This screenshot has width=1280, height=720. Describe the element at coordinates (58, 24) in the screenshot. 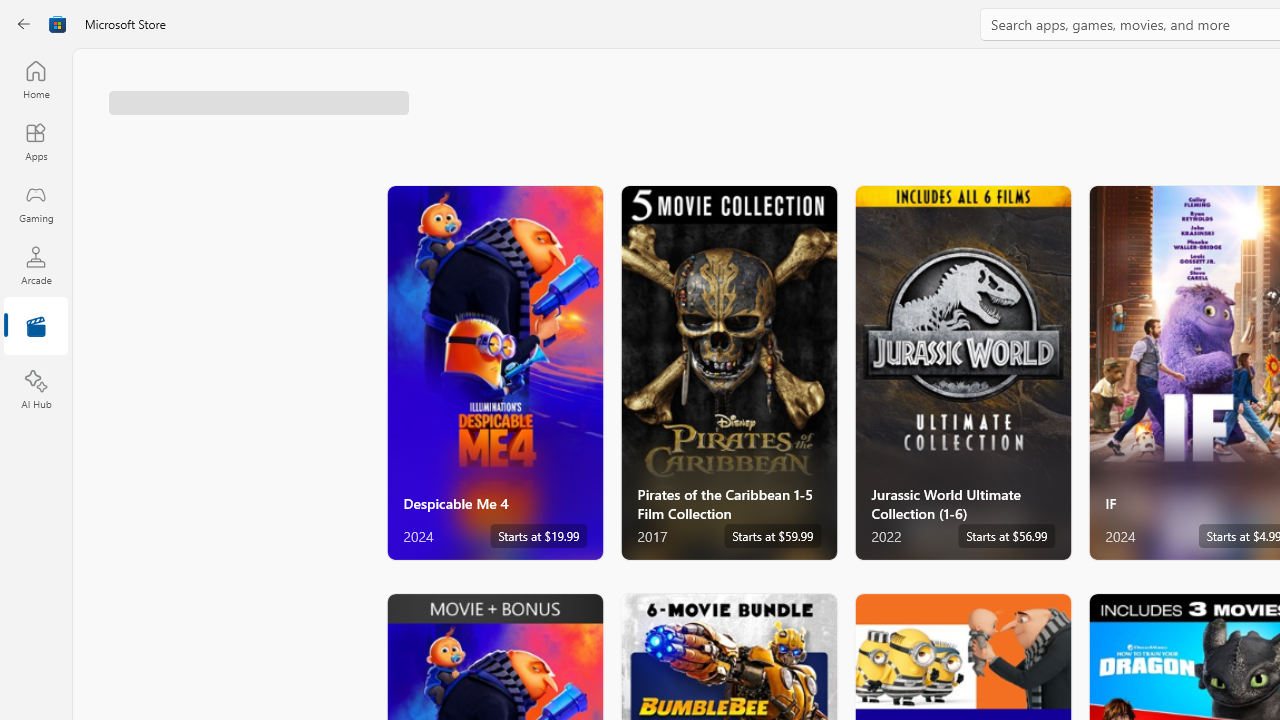

I see `'Class: Image'` at that location.